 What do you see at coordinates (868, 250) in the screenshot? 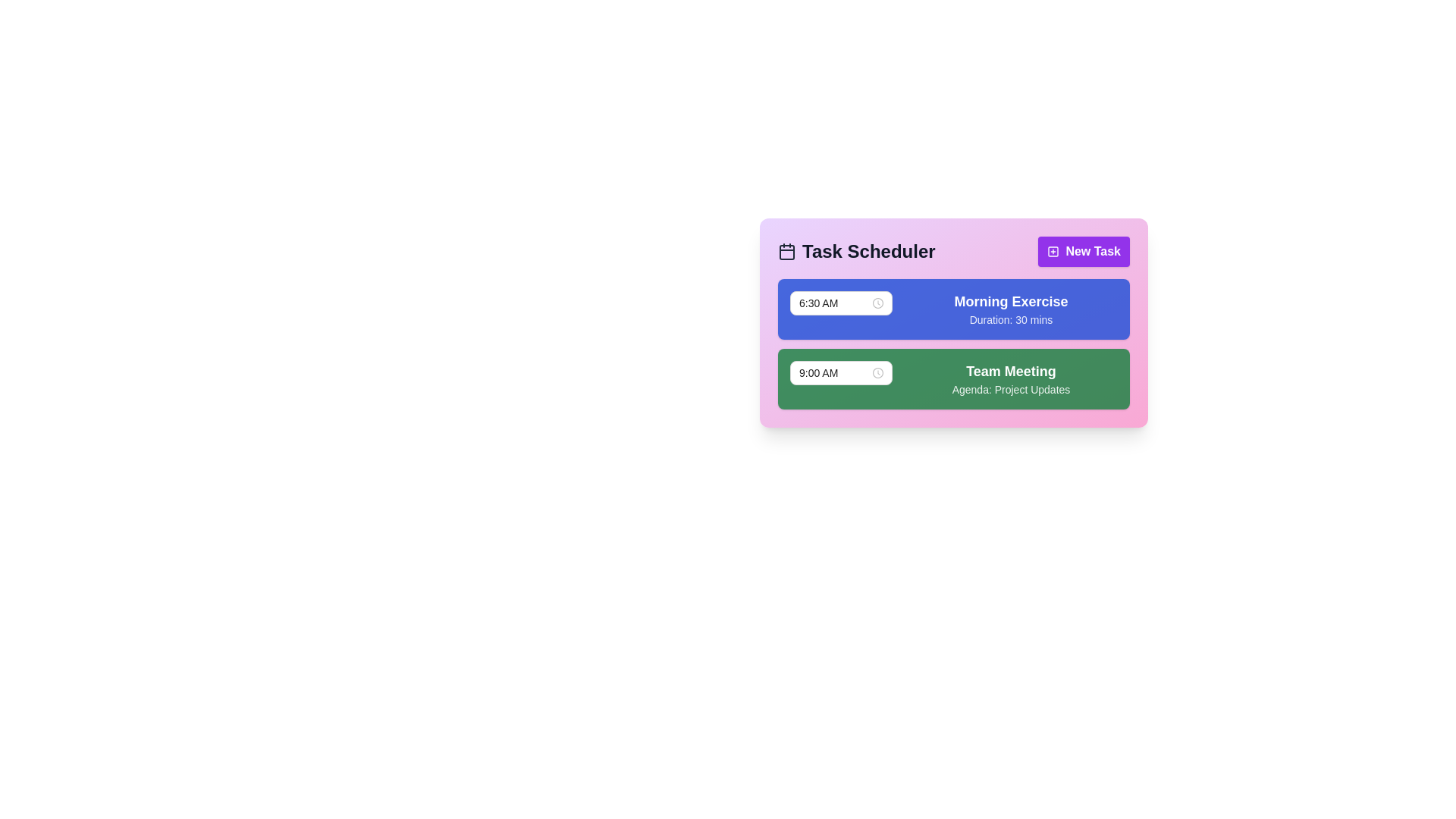
I see `the heading element displaying 'Task Scheduler' which is bold, large, and black on a purple background, located in the upper-left section of the card` at bounding box center [868, 250].